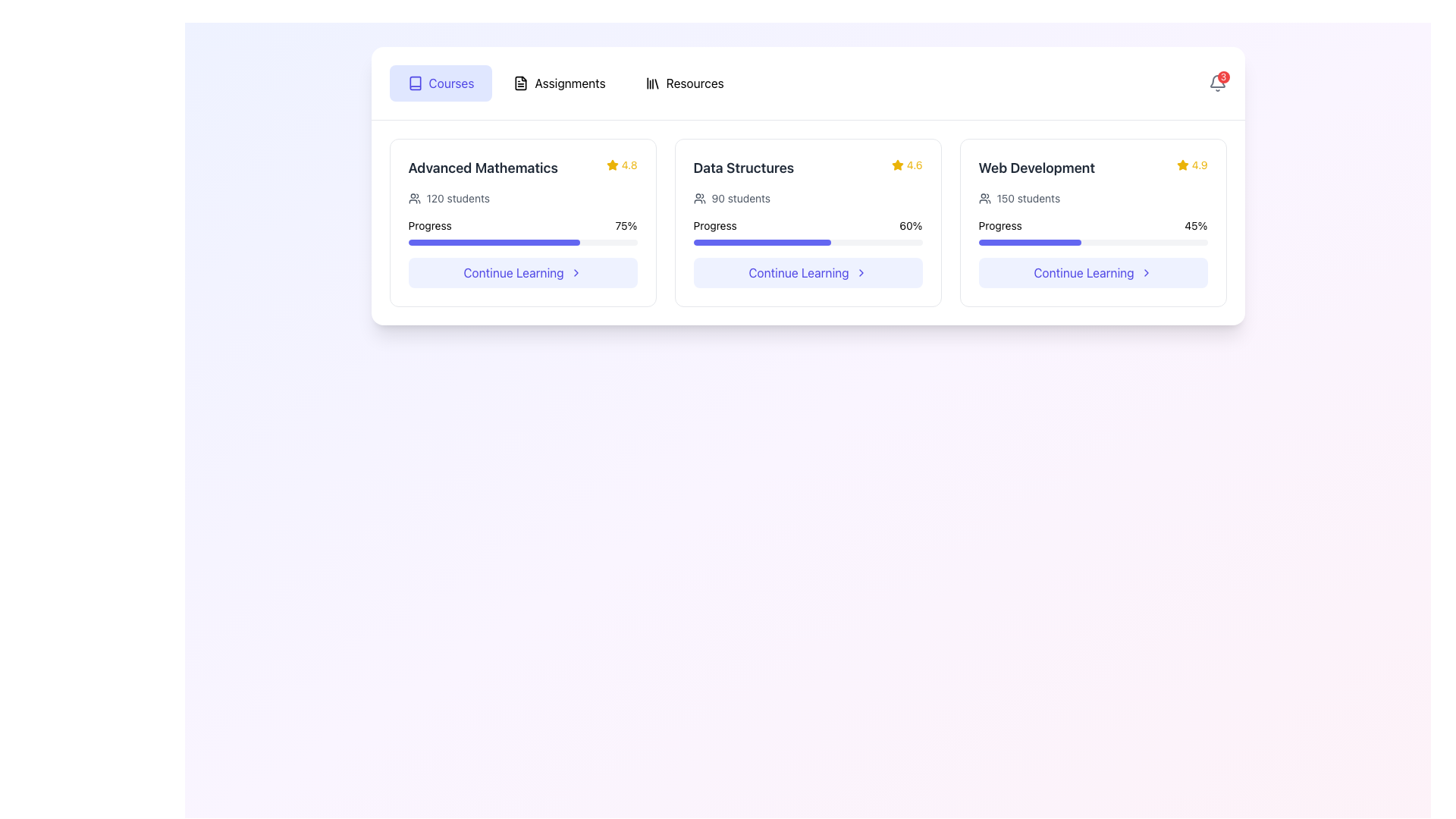  What do you see at coordinates (1217, 83) in the screenshot?
I see `the Notification indicator located at the top-right corner of the page's notification section to read the notification count` at bounding box center [1217, 83].